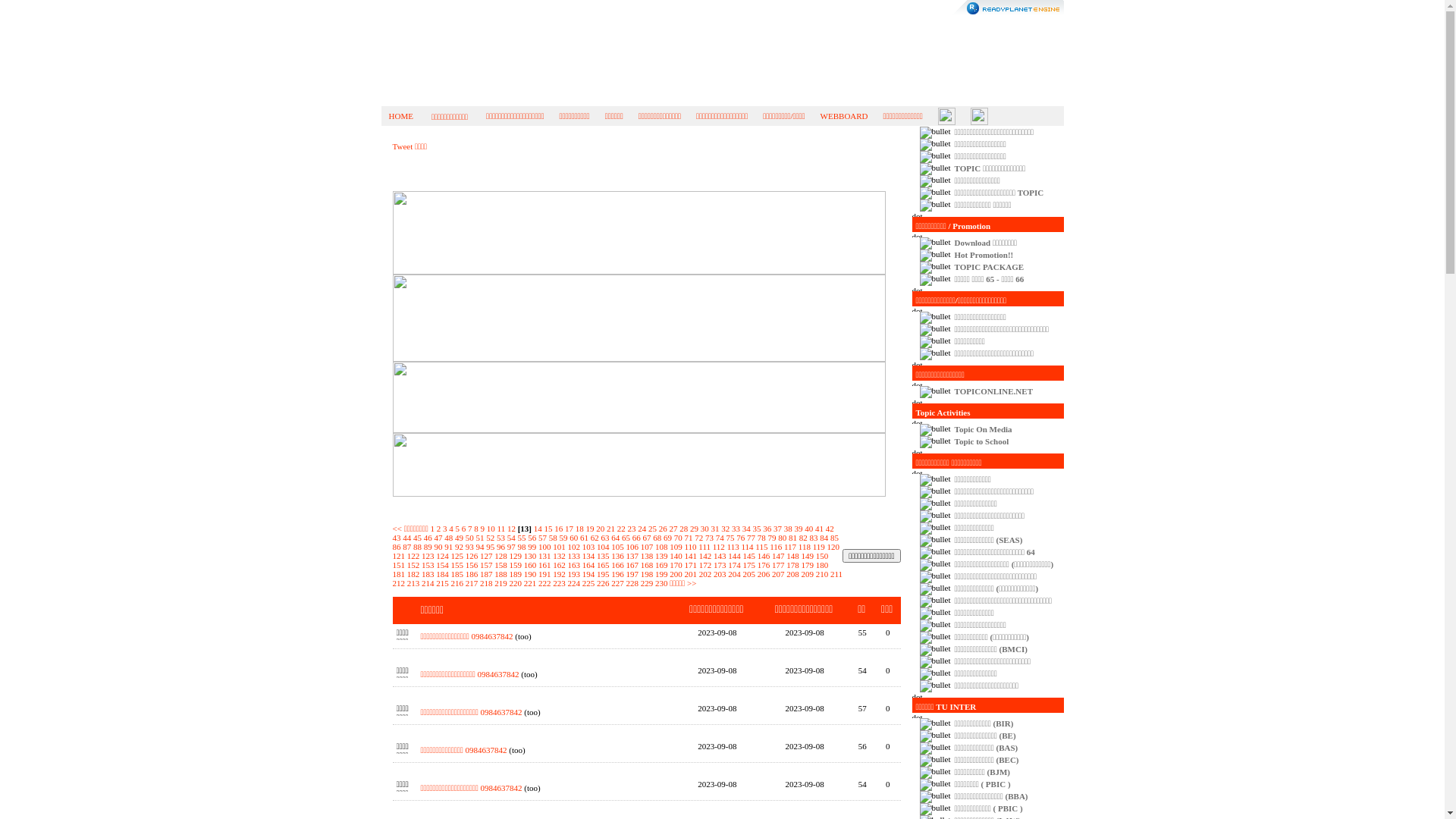 This screenshot has width=1456, height=819. I want to click on '124', so click(441, 555).